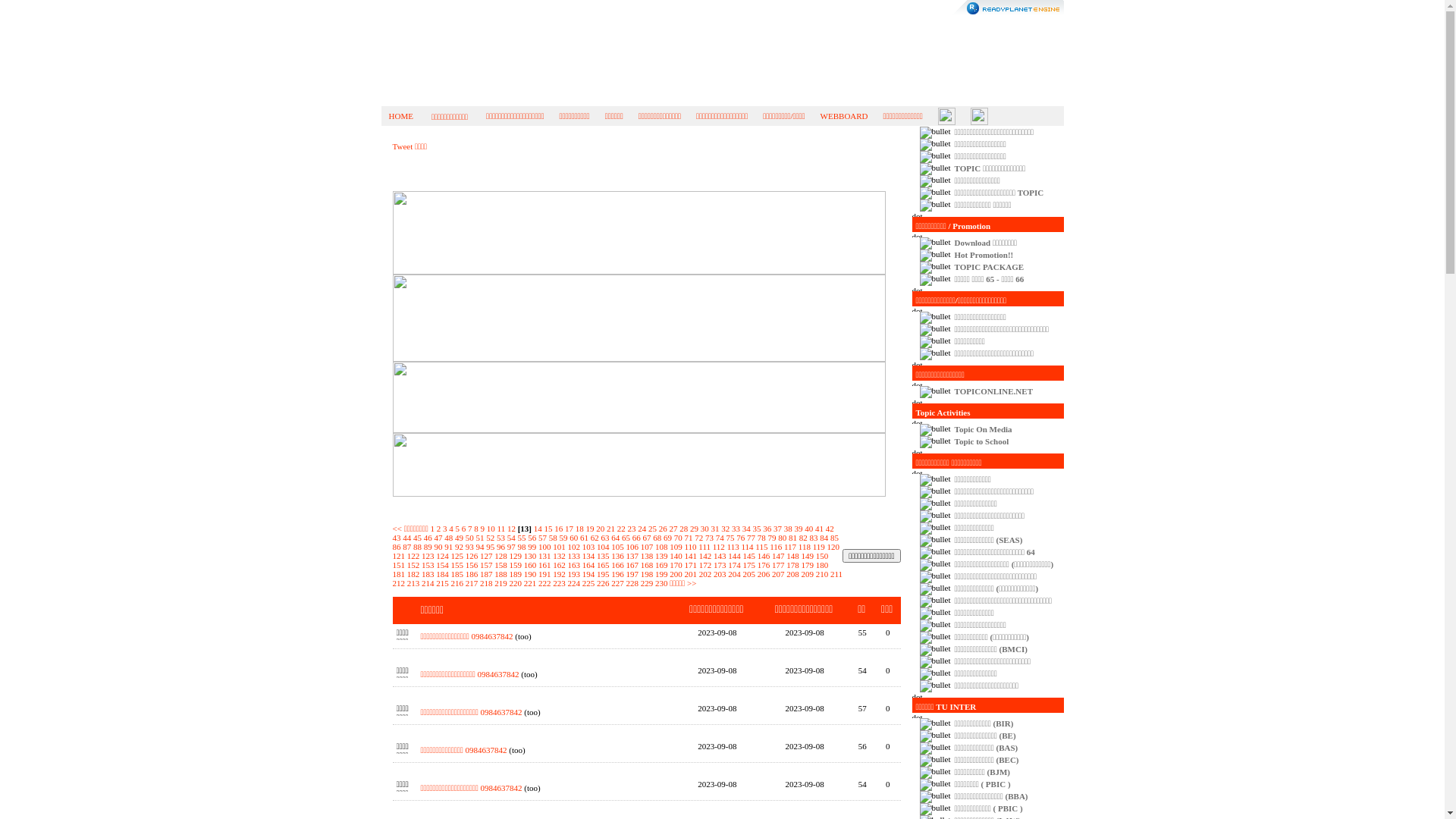 This screenshot has width=1456, height=819. I want to click on '124', so click(441, 555).